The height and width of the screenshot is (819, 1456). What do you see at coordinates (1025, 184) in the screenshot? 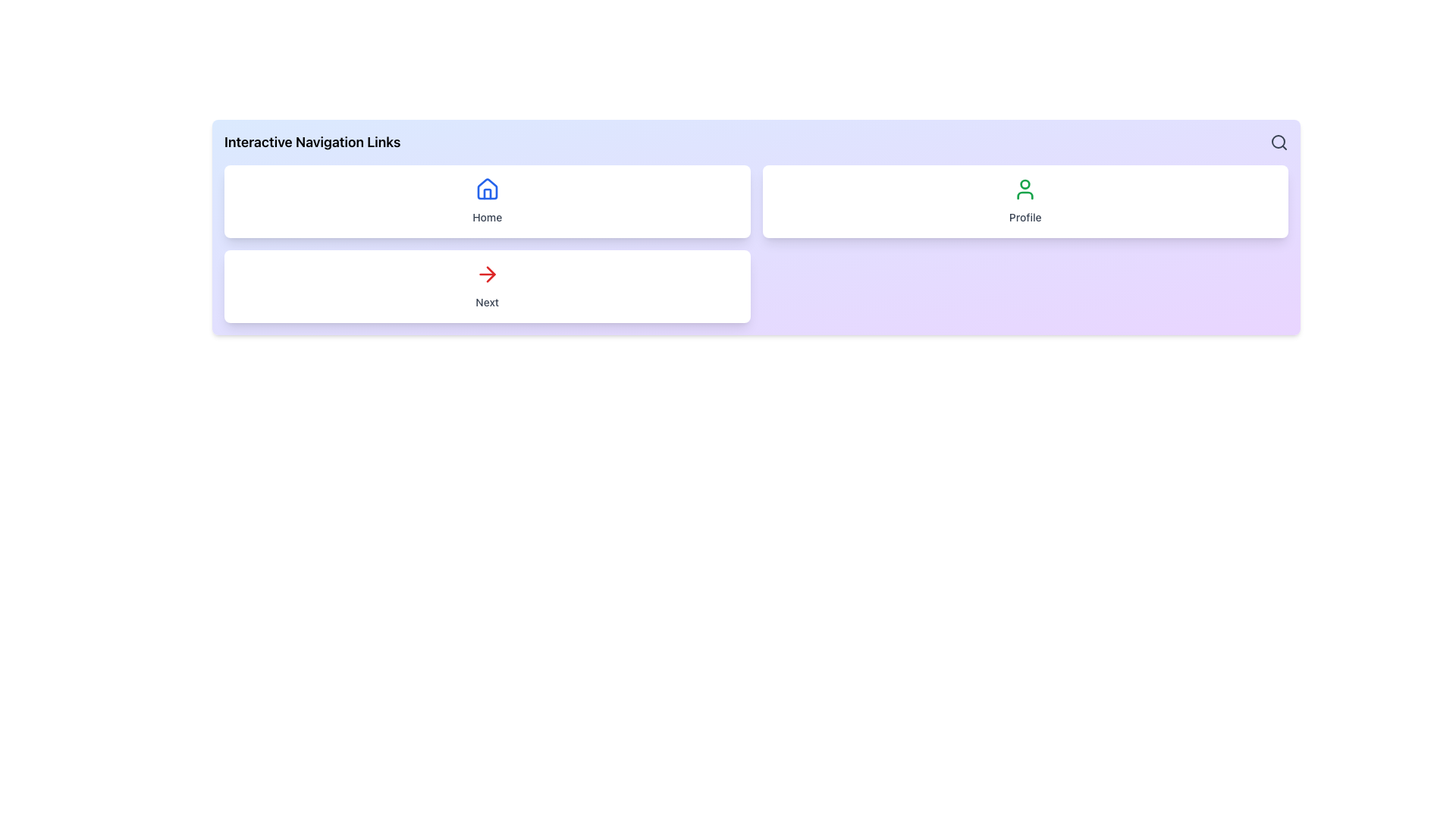
I see `the decorative status indicator circle located within the user profile icon on the right card labeled 'Profile'` at bounding box center [1025, 184].